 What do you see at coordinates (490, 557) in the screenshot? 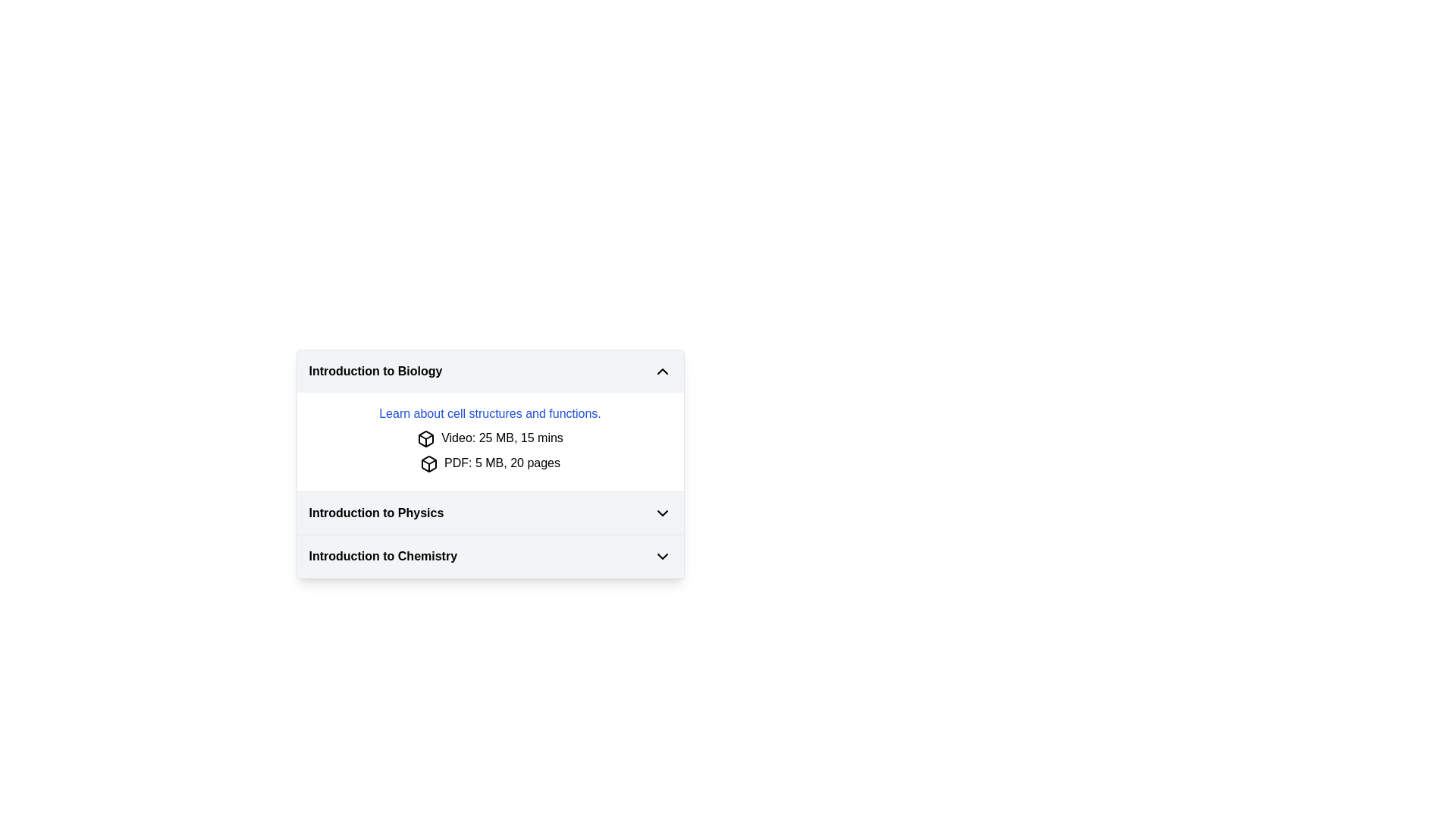
I see `the Interactive expandable list item titled 'Introduction to Chemistry' to change its background color` at bounding box center [490, 557].